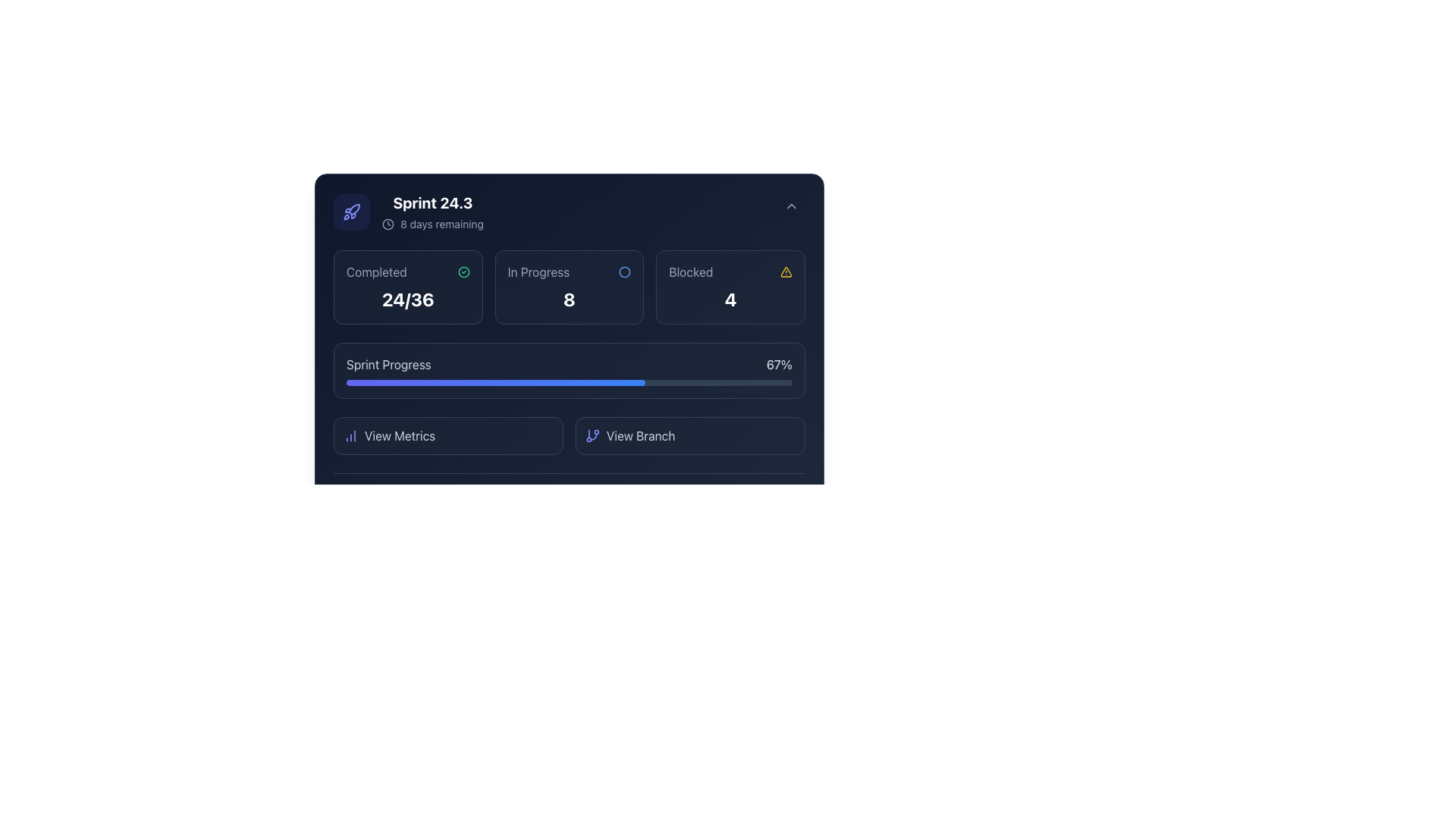 The height and width of the screenshot is (819, 1456). Describe the element at coordinates (641, 435) in the screenshot. I see `the 'View Branch' text label, which is a light gray label located in the bottom right section of the application interface, next to a branch icon` at that location.